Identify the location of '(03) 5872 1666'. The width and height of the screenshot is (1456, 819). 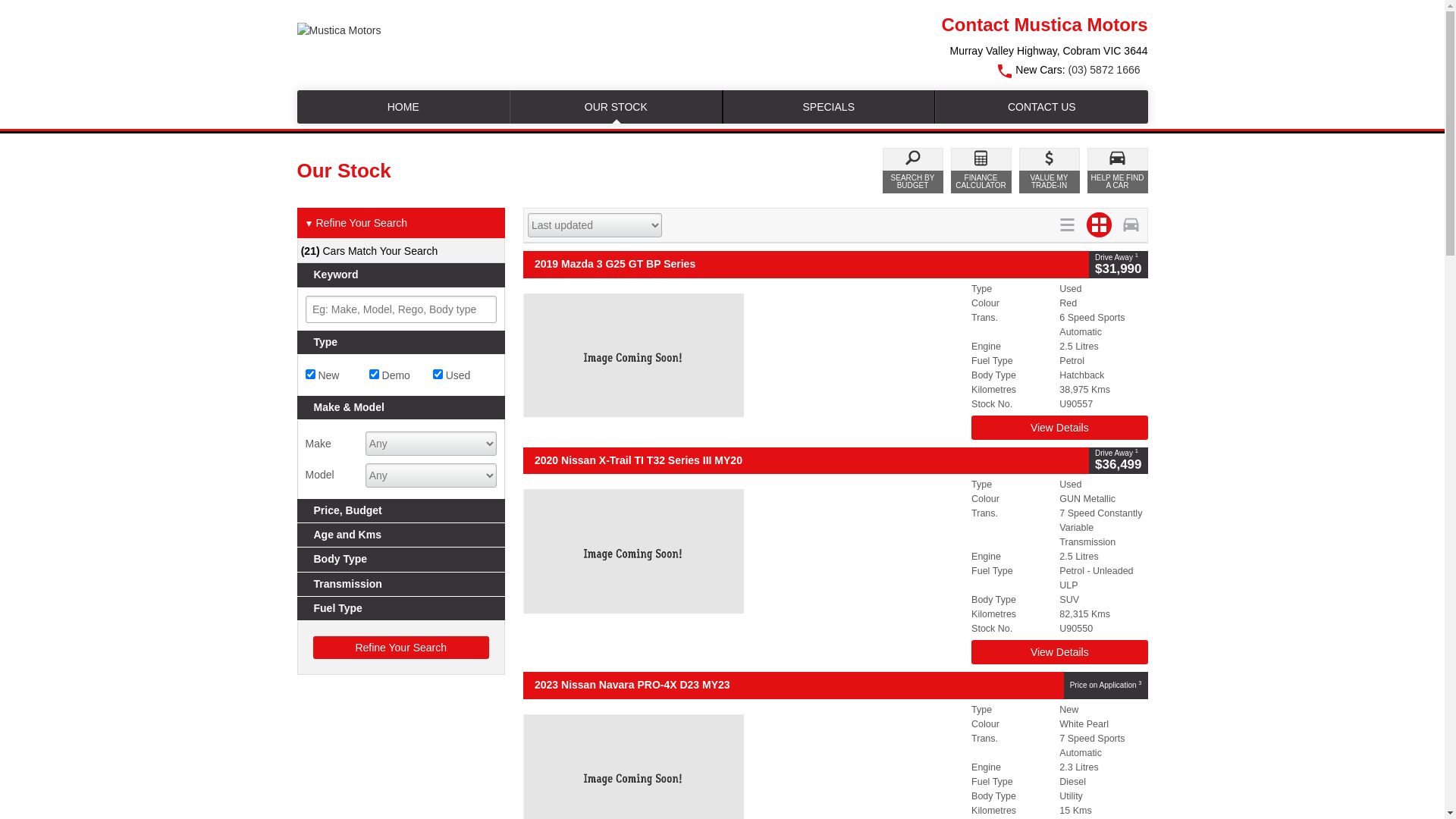
(1104, 70).